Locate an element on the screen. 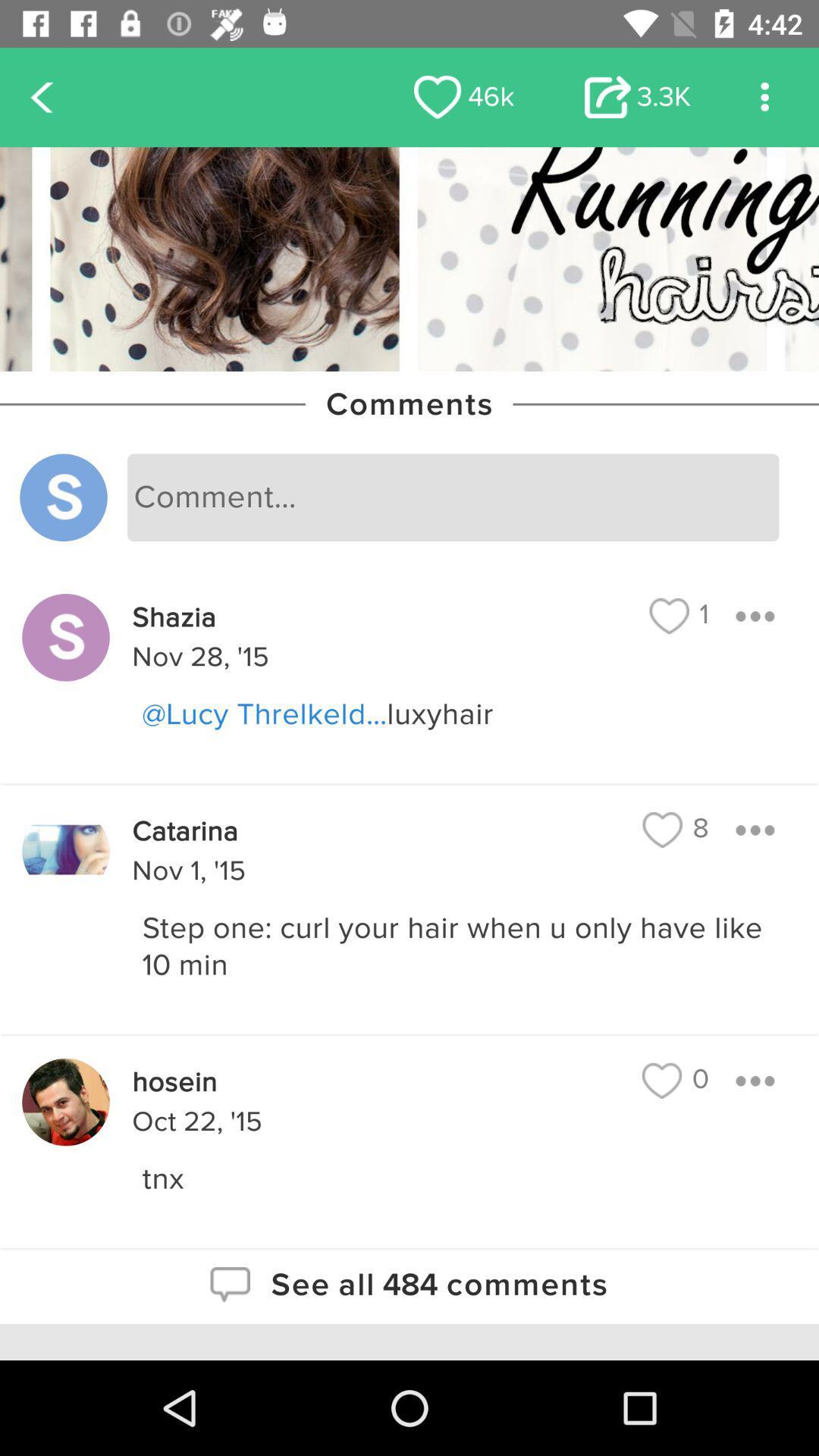  the 46k is located at coordinates (463, 96).